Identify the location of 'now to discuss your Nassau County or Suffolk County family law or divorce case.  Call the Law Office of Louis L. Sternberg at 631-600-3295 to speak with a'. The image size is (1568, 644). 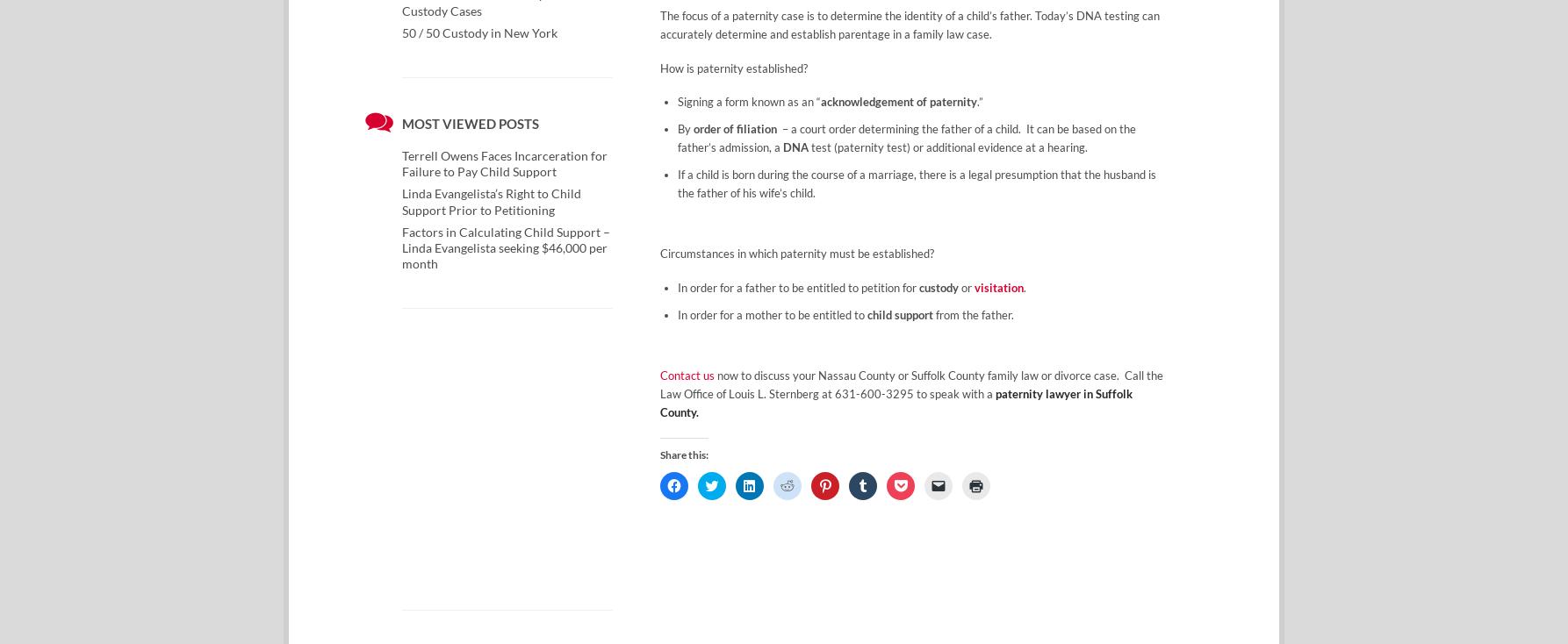
(659, 384).